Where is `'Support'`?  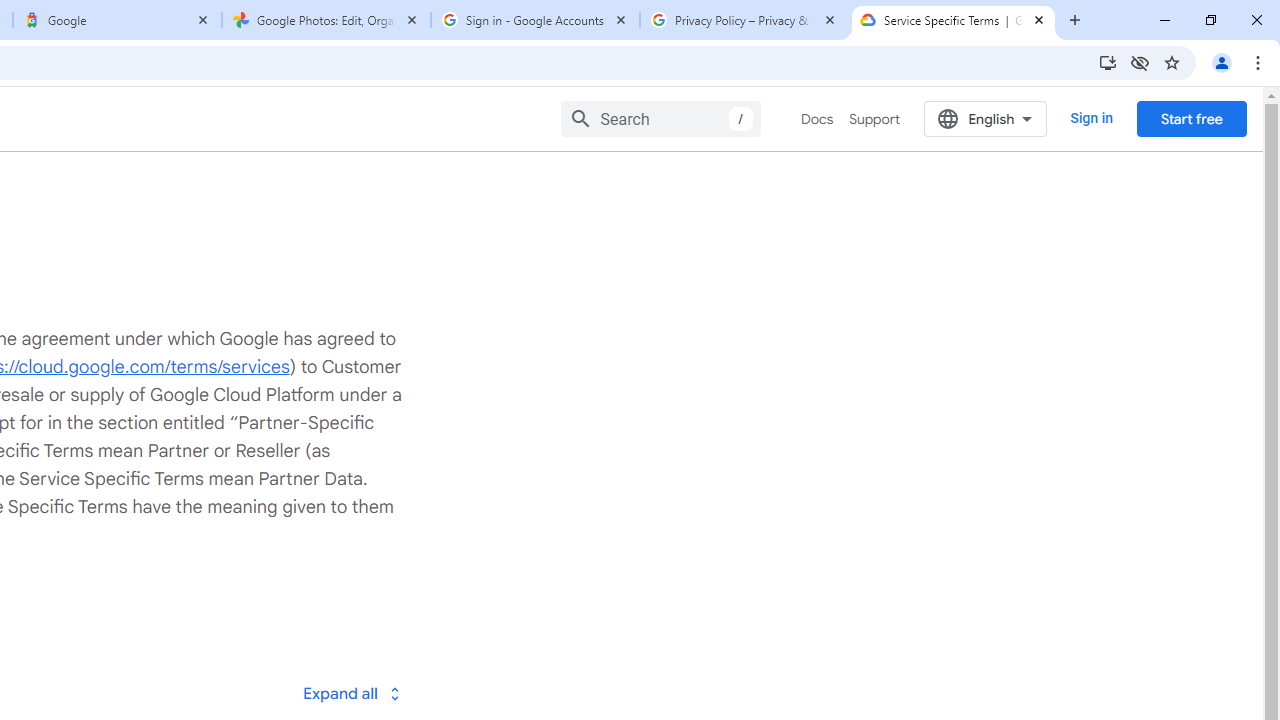
'Support' is located at coordinates (874, 119).